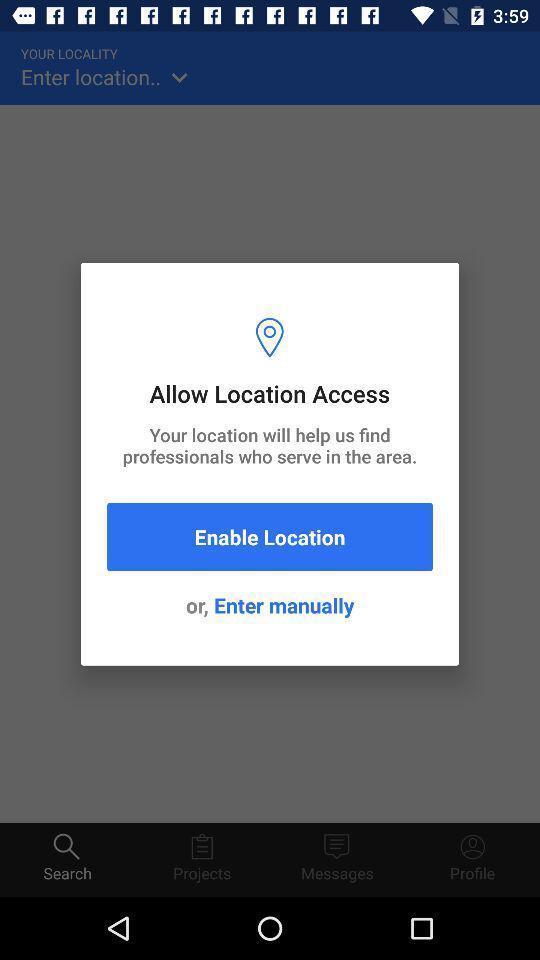 This screenshot has height=960, width=540. What do you see at coordinates (270, 604) in the screenshot?
I see `or, enter manually` at bounding box center [270, 604].